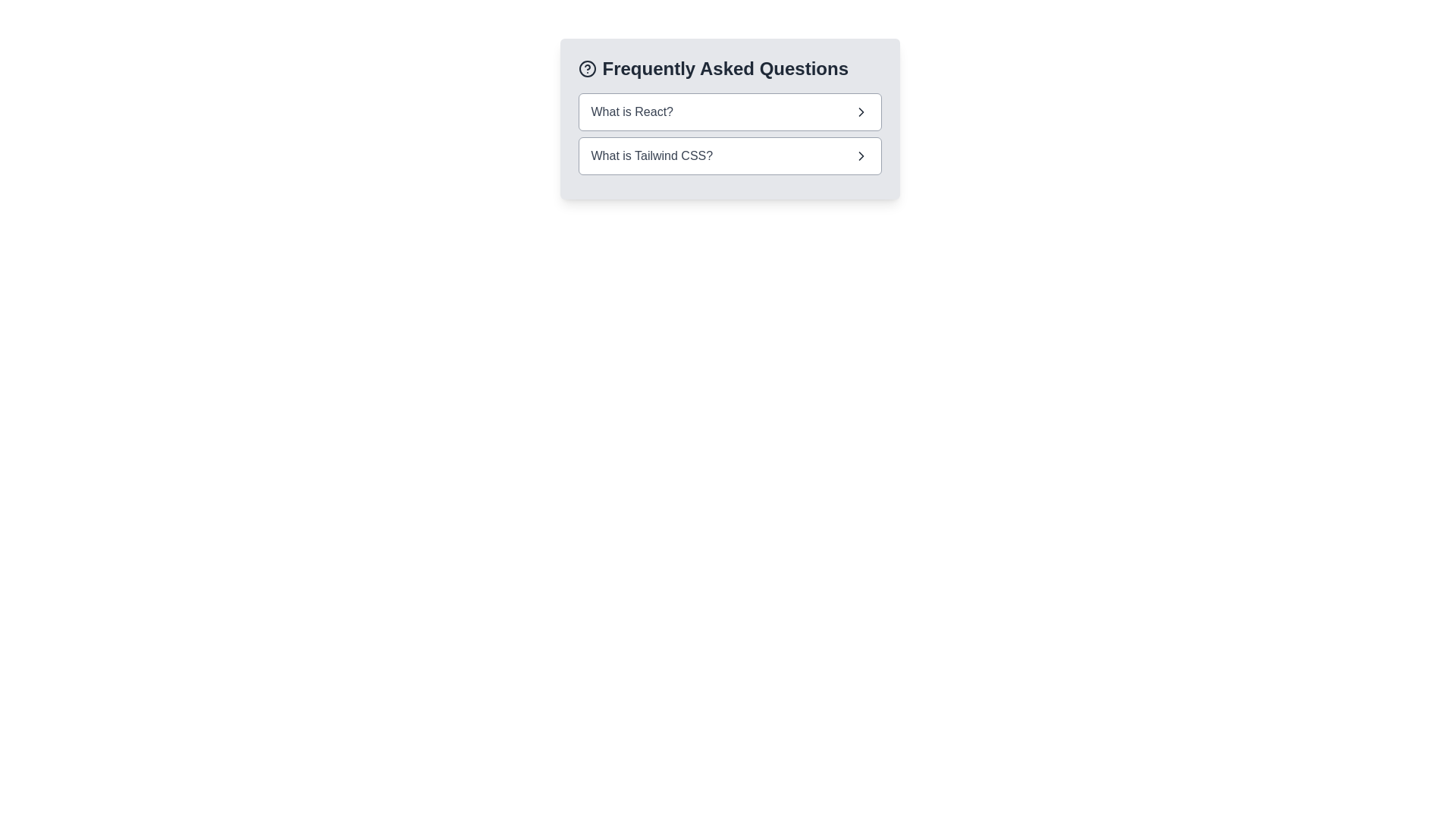  What do you see at coordinates (651, 155) in the screenshot?
I see `the text label displaying 'What is Tailwind CSS?'` at bounding box center [651, 155].